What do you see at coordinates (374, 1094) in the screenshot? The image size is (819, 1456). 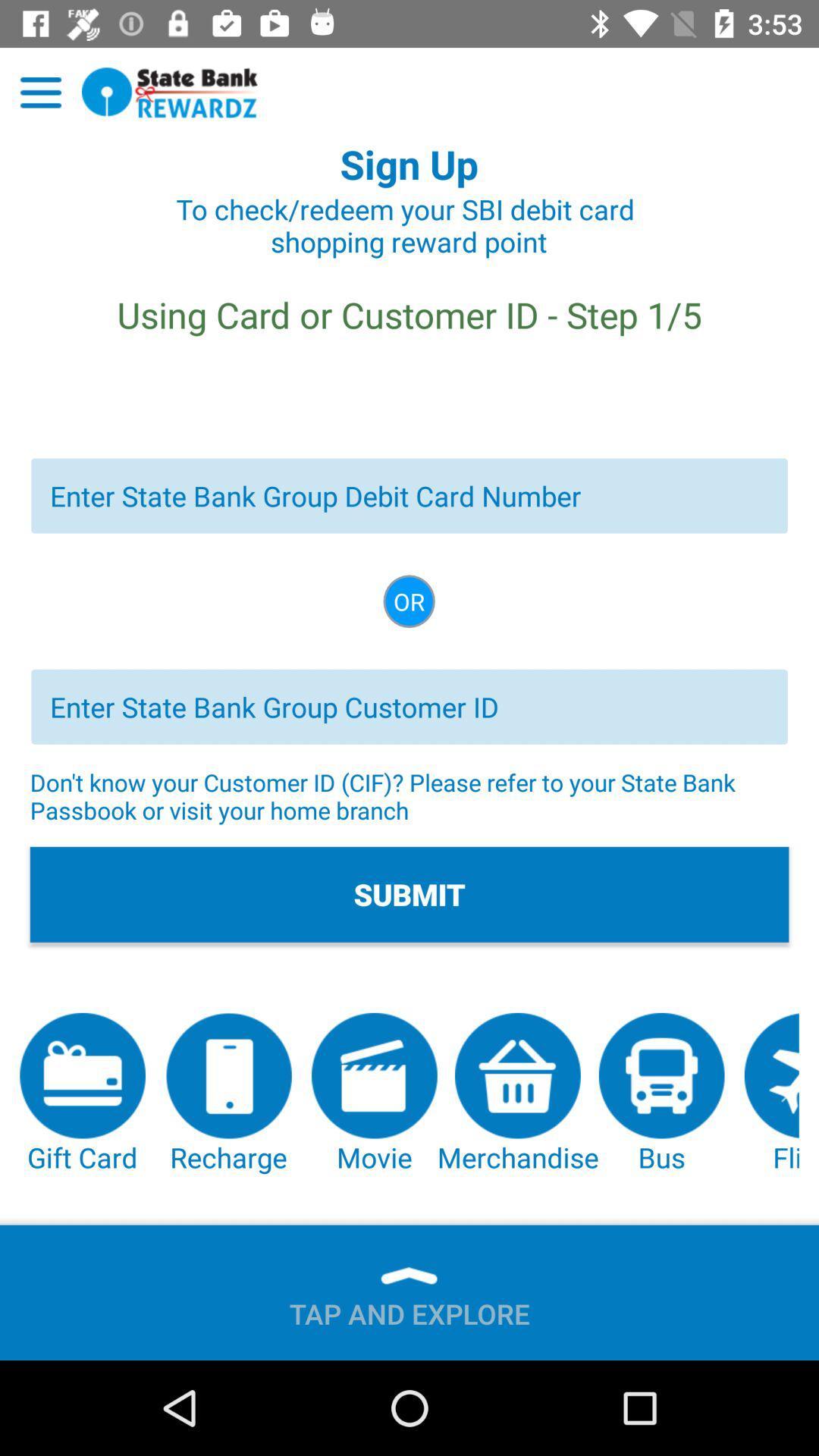 I see `app next to merchandise icon` at bounding box center [374, 1094].